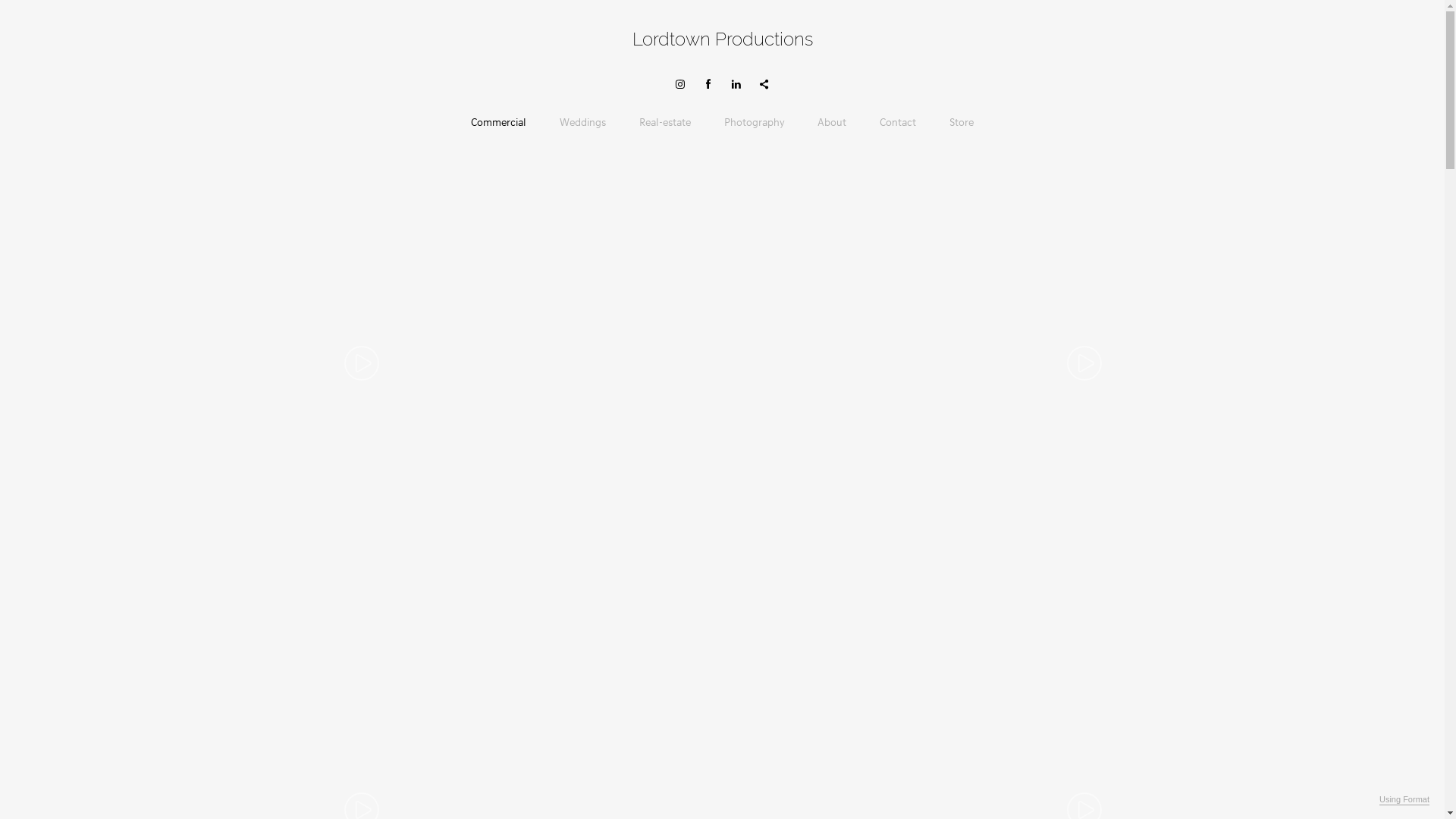  I want to click on 'Share', so click(764, 84).